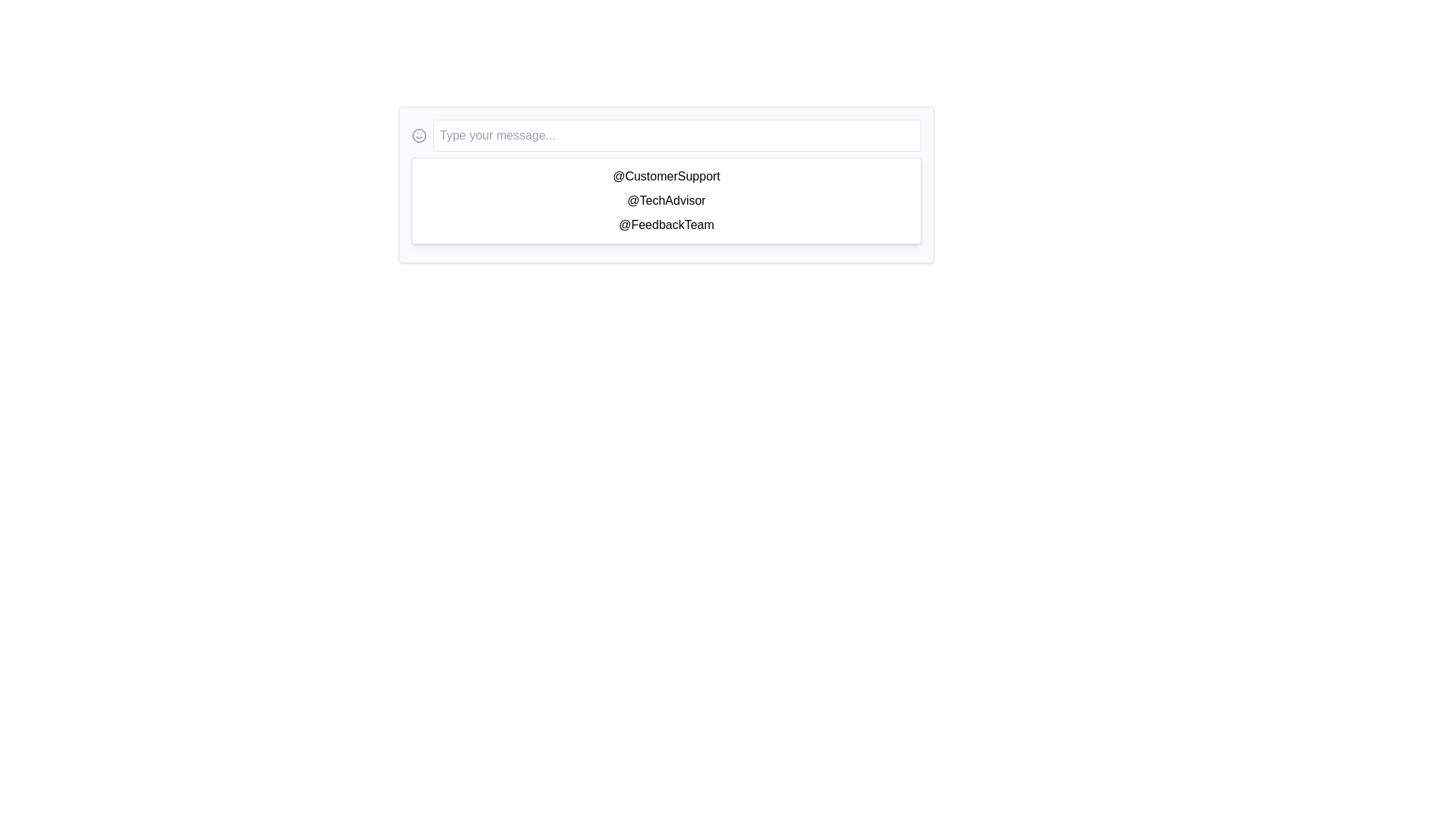 The width and height of the screenshot is (1456, 819). I want to click on the '@' mention in the list item that appears below the 'Type your message...' input field, so click(666, 184).